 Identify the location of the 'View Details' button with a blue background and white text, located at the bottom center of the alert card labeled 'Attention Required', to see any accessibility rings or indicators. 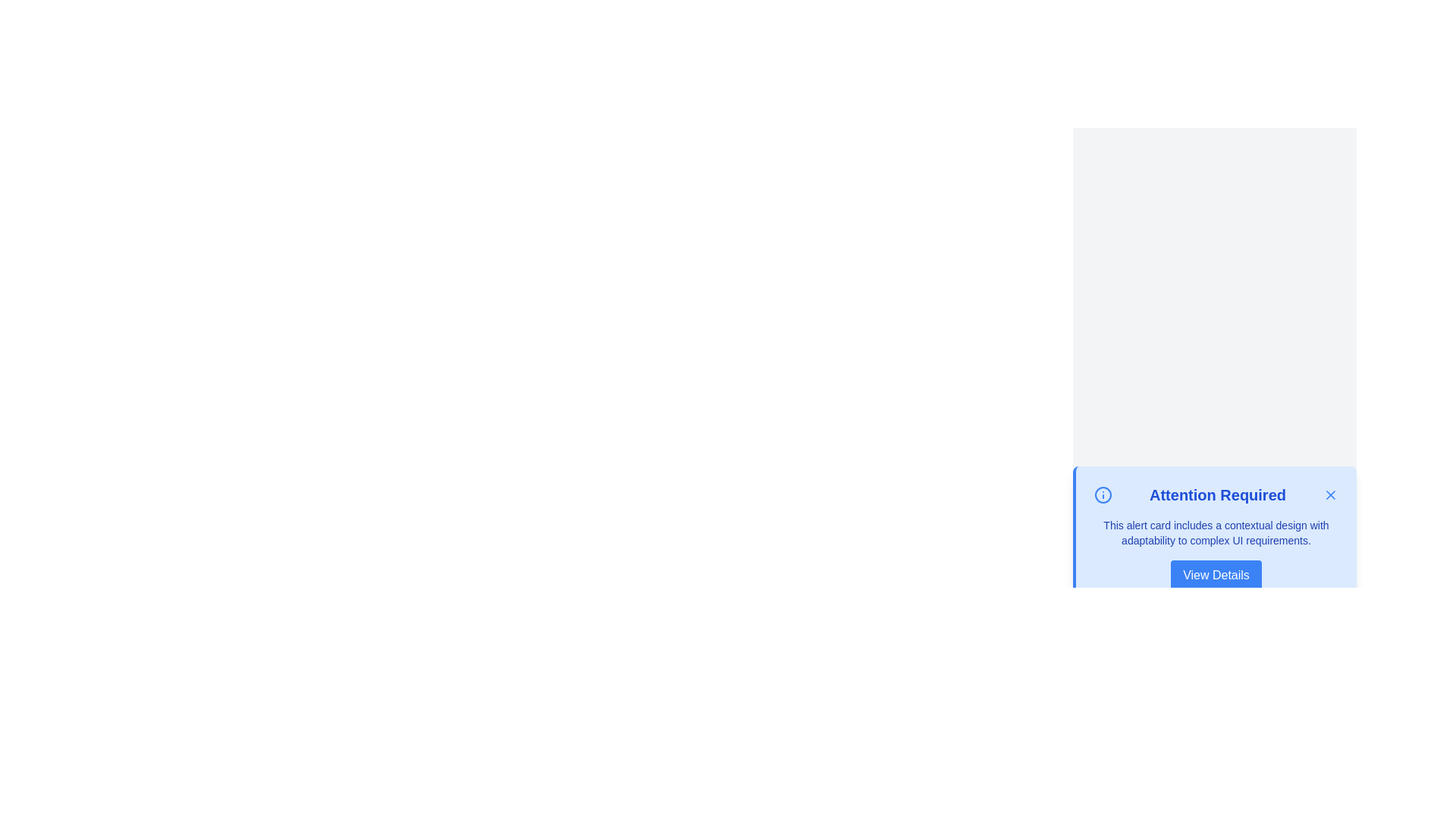
(1216, 576).